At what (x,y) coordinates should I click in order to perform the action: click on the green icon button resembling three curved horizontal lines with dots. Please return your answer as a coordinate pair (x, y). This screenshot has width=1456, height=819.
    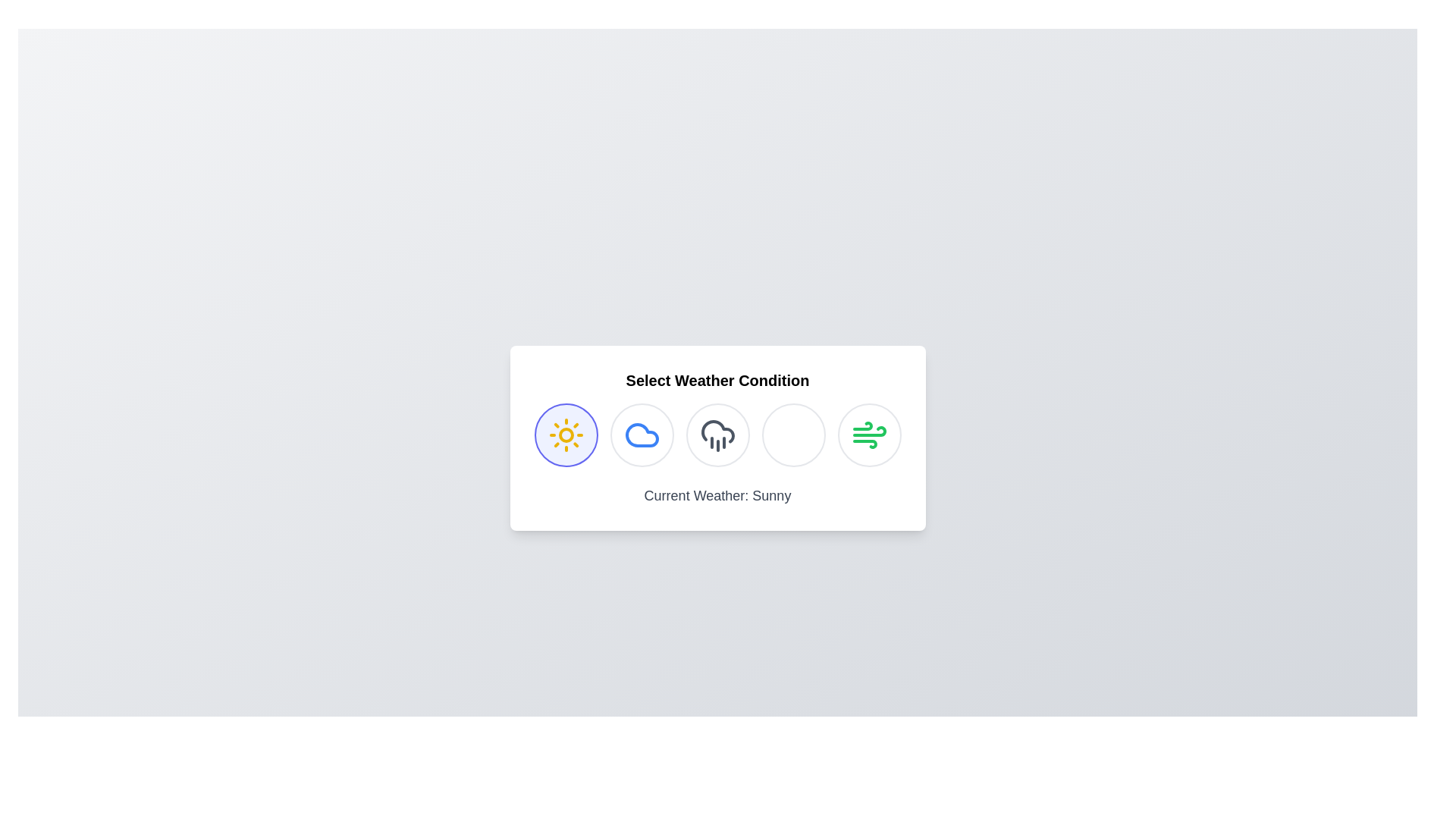
    Looking at the image, I should click on (869, 435).